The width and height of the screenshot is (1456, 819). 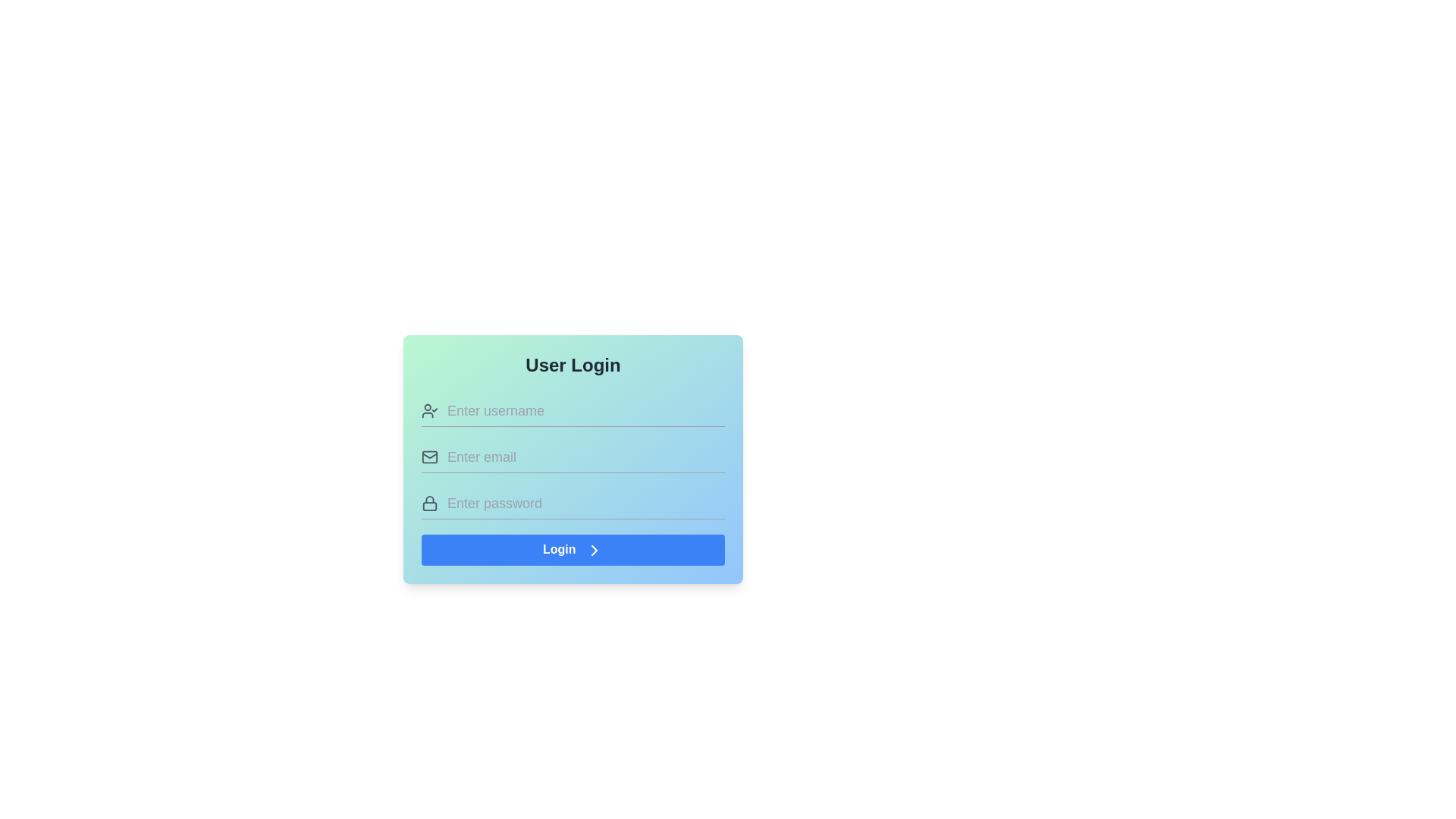 I want to click on the 'Submit' button located at the bottom of the User Login form, so click(x=572, y=550).